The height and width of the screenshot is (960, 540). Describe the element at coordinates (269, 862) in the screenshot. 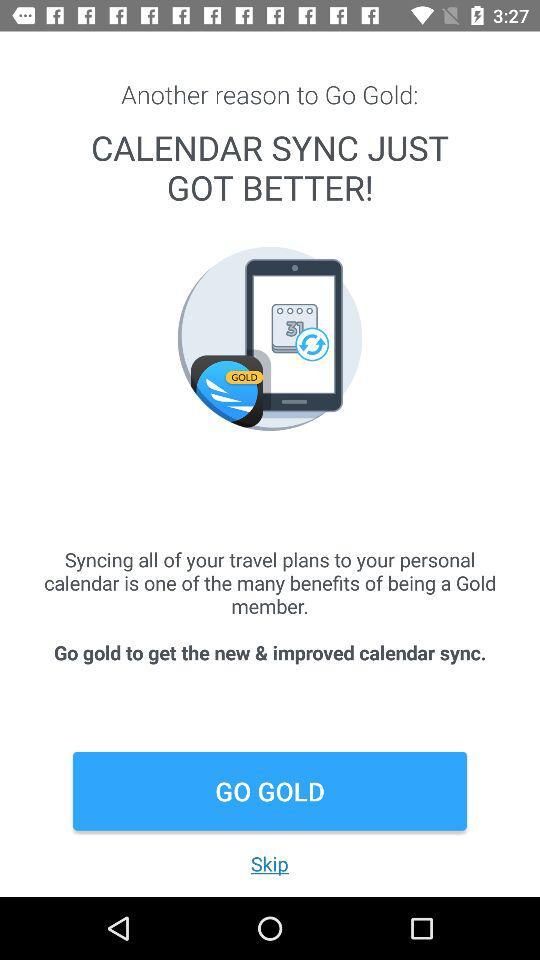

I see `item below go gold` at that location.